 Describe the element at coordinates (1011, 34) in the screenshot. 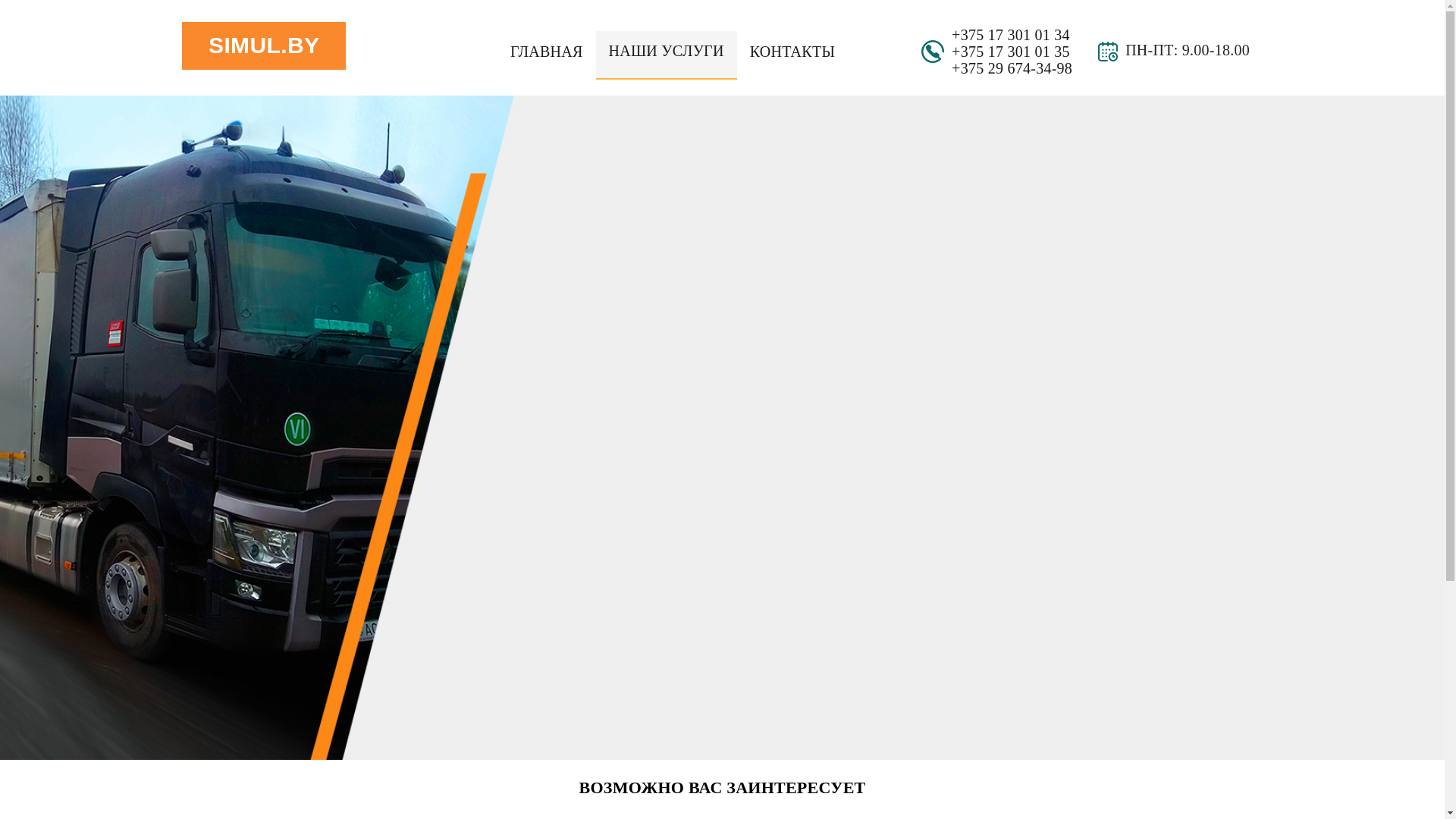

I see `'+375 17 301 01 34'` at that location.